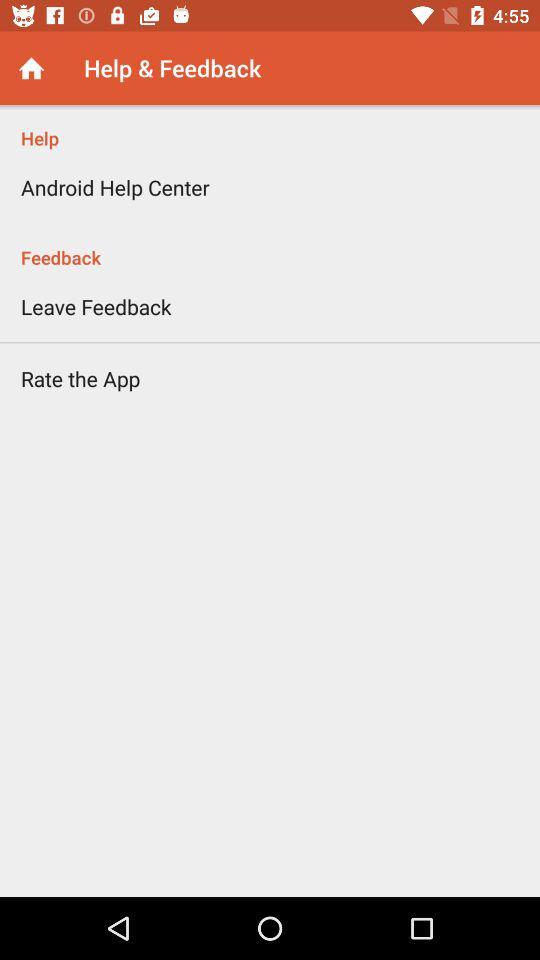 The image size is (540, 960). What do you see at coordinates (95, 306) in the screenshot?
I see `the item above rate the app icon` at bounding box center [95, 306].